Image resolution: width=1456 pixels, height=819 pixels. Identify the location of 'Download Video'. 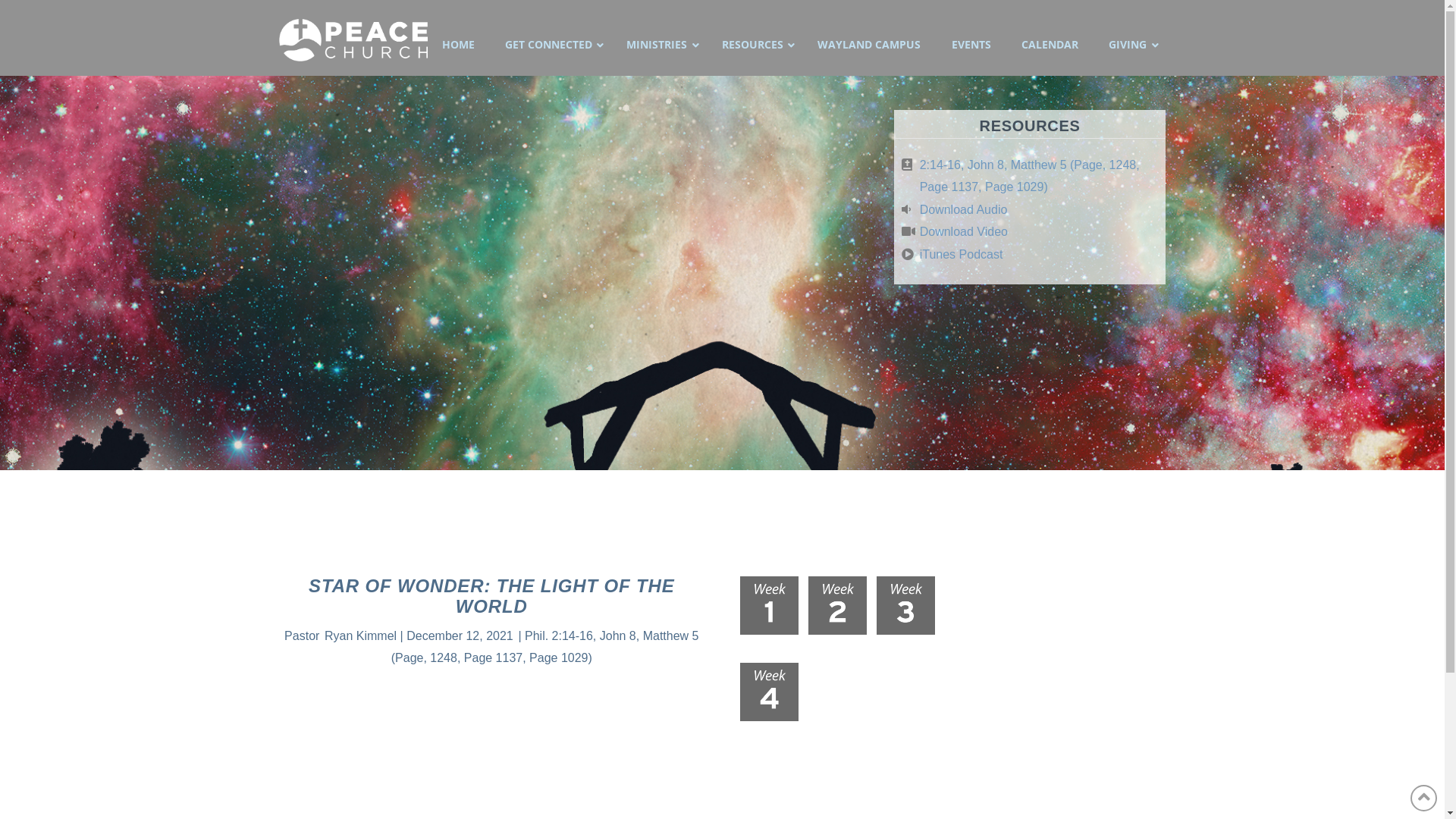
(963, 231).